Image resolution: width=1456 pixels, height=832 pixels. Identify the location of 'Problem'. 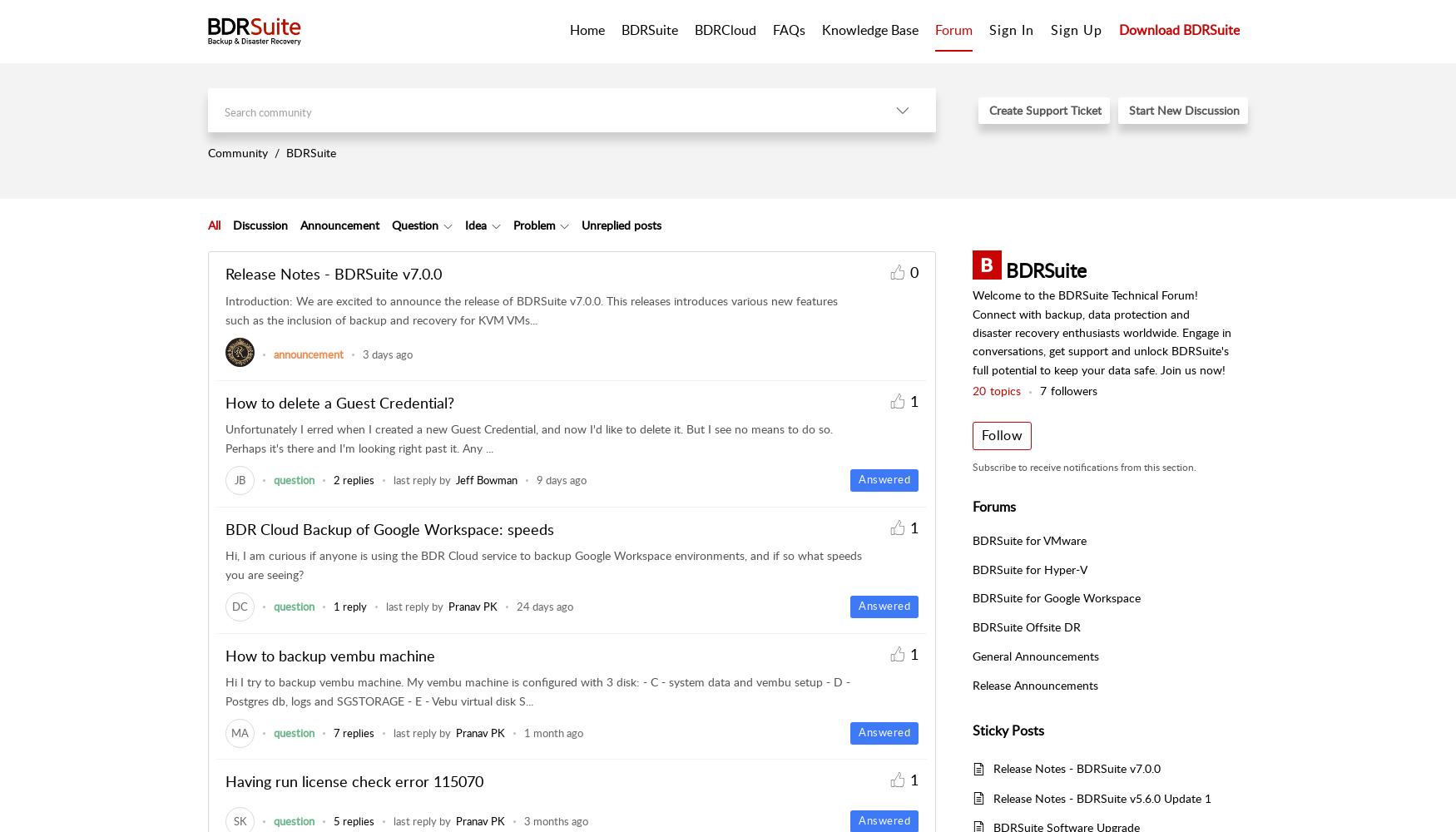
(532, 225).